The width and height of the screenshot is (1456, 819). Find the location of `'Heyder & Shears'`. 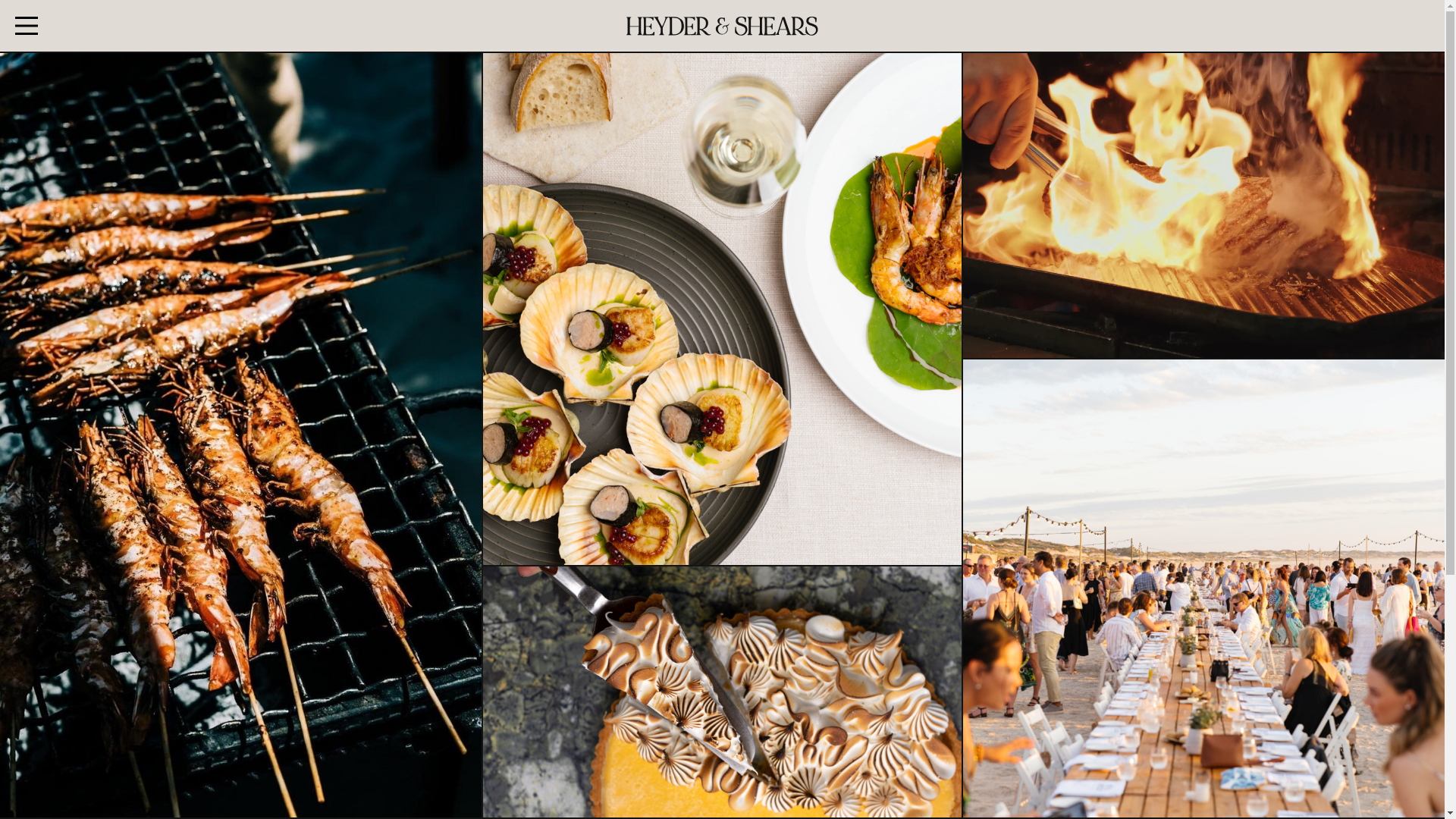

'Heyder & Shears' is located at coordinates (626, 26).